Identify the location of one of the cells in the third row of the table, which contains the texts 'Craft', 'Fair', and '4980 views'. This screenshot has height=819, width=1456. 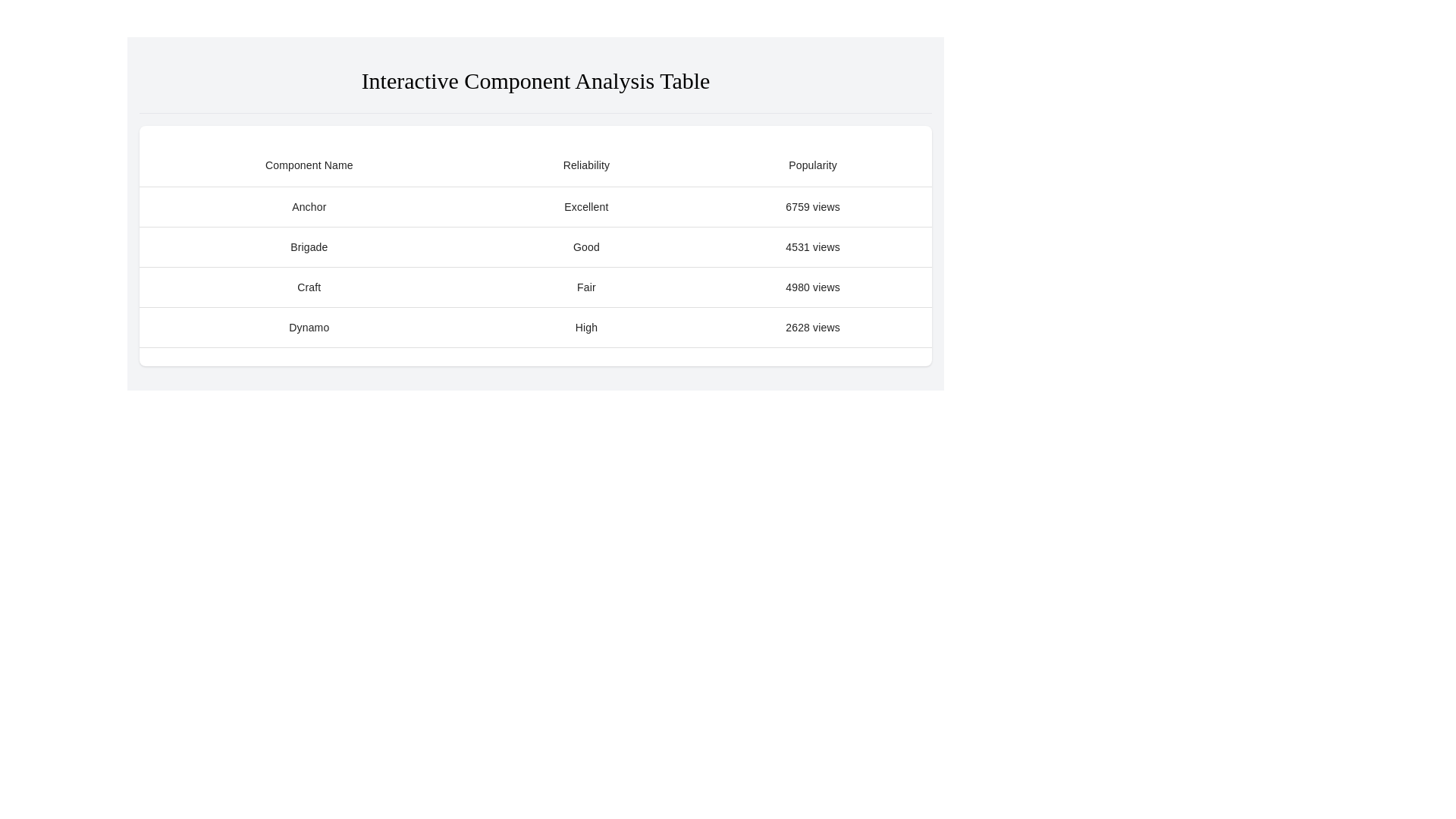
(535, 287).